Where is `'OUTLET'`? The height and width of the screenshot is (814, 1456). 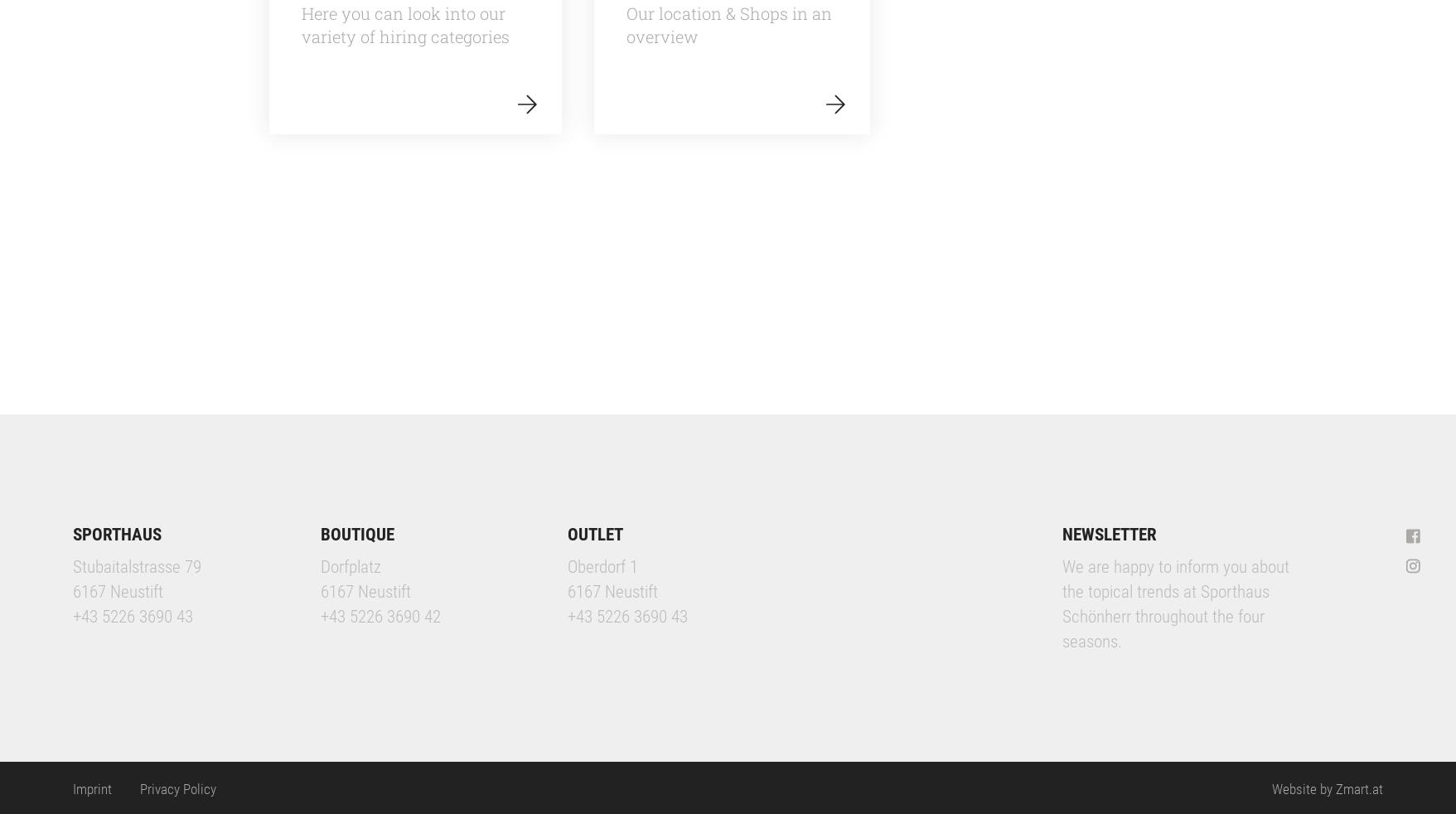
'OUTLET' is located at coordinates (594, 533).